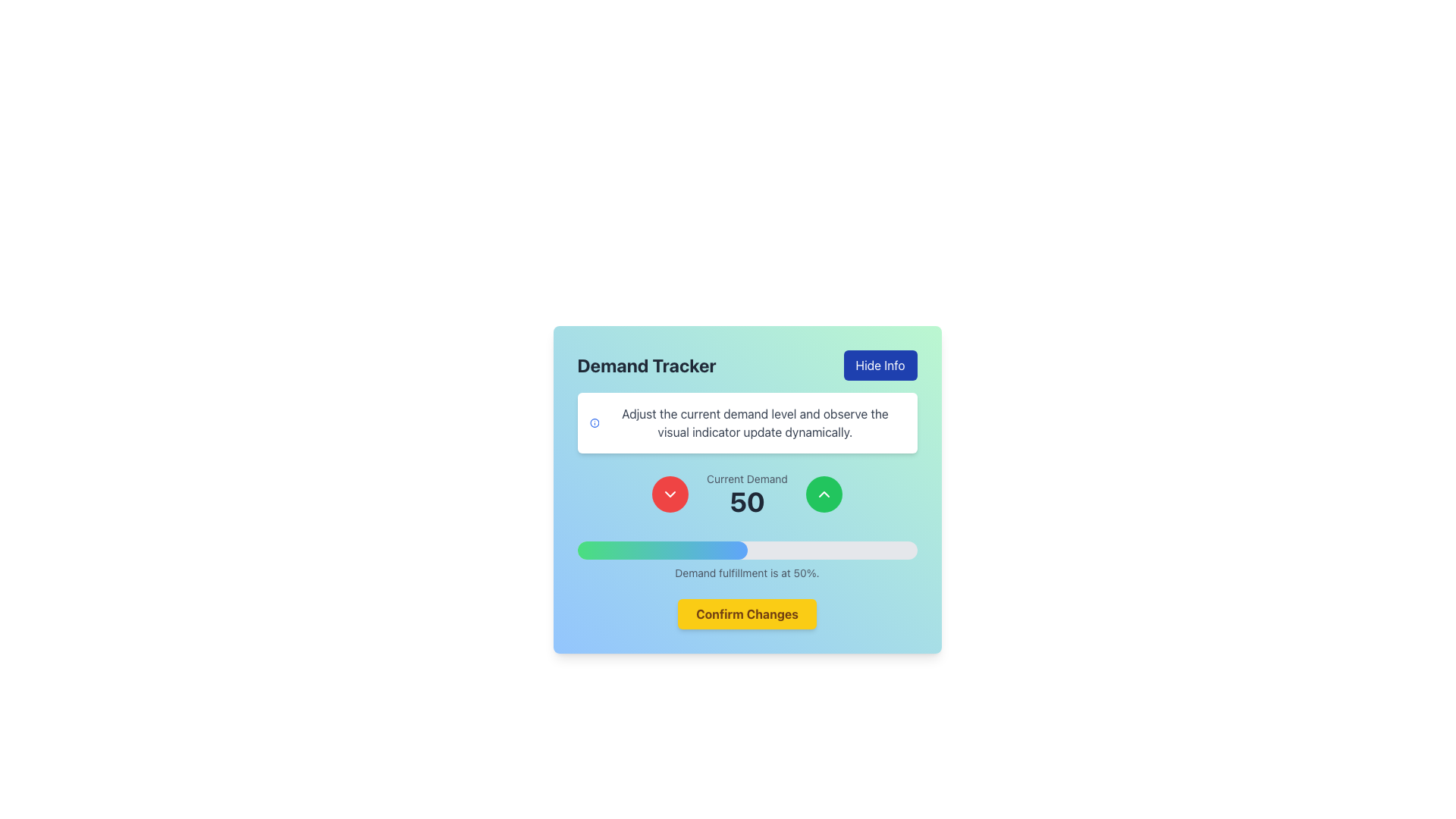 The height and width of the screenshot is (819, 1456). What do you see at coordinates (747, 573) in the screenshot?
I see `the static text element that summarizes the current status of demand fulfillment, positioned centrally below a progress bar indicating 50% fulfillment` at bounding box center [747, 573].